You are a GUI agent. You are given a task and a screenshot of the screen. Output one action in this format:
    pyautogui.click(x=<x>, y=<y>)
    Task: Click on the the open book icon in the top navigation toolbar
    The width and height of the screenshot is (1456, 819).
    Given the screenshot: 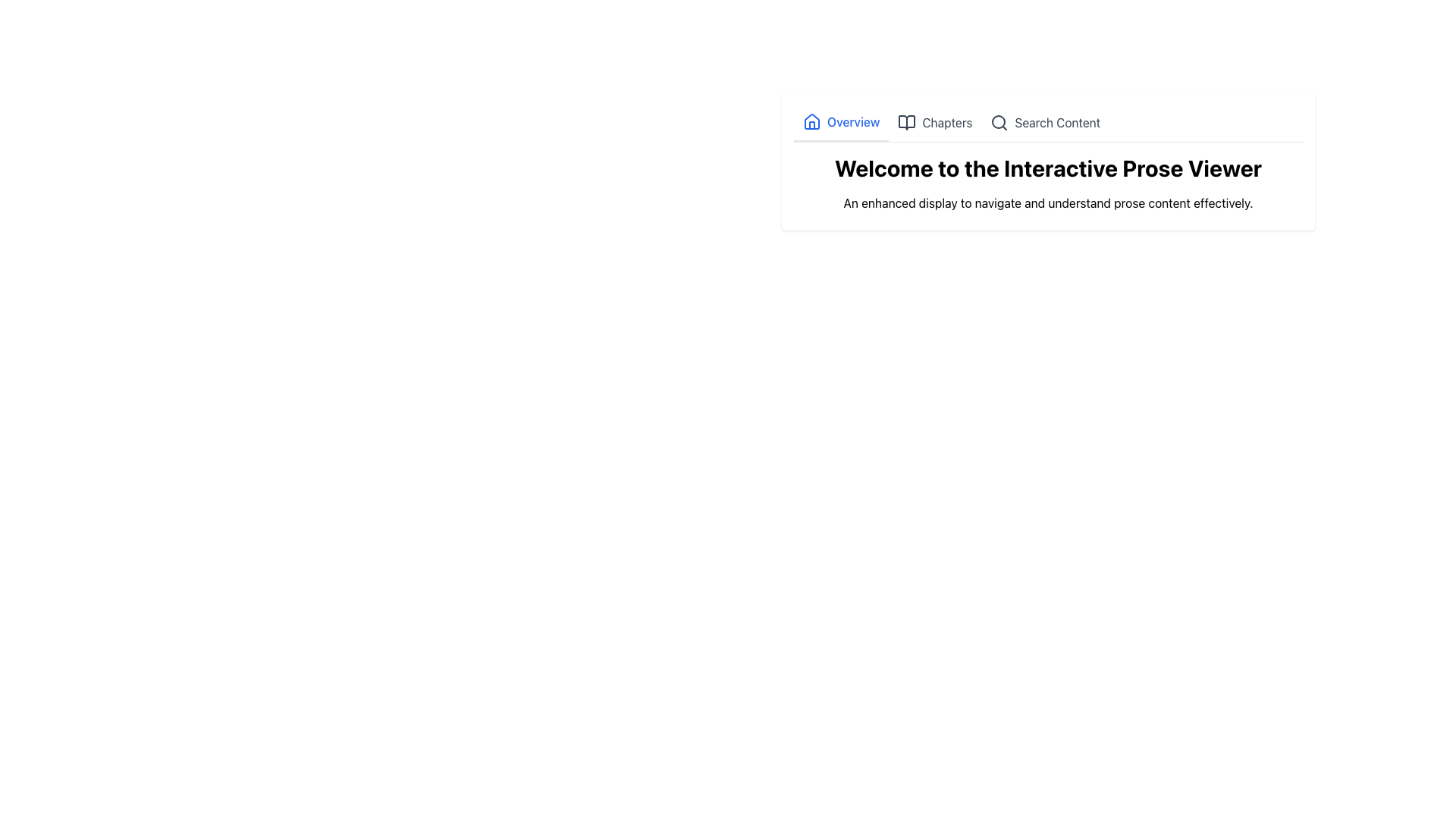 What is the action you would take?
    pyautogui.click(x=907, y=122)
    